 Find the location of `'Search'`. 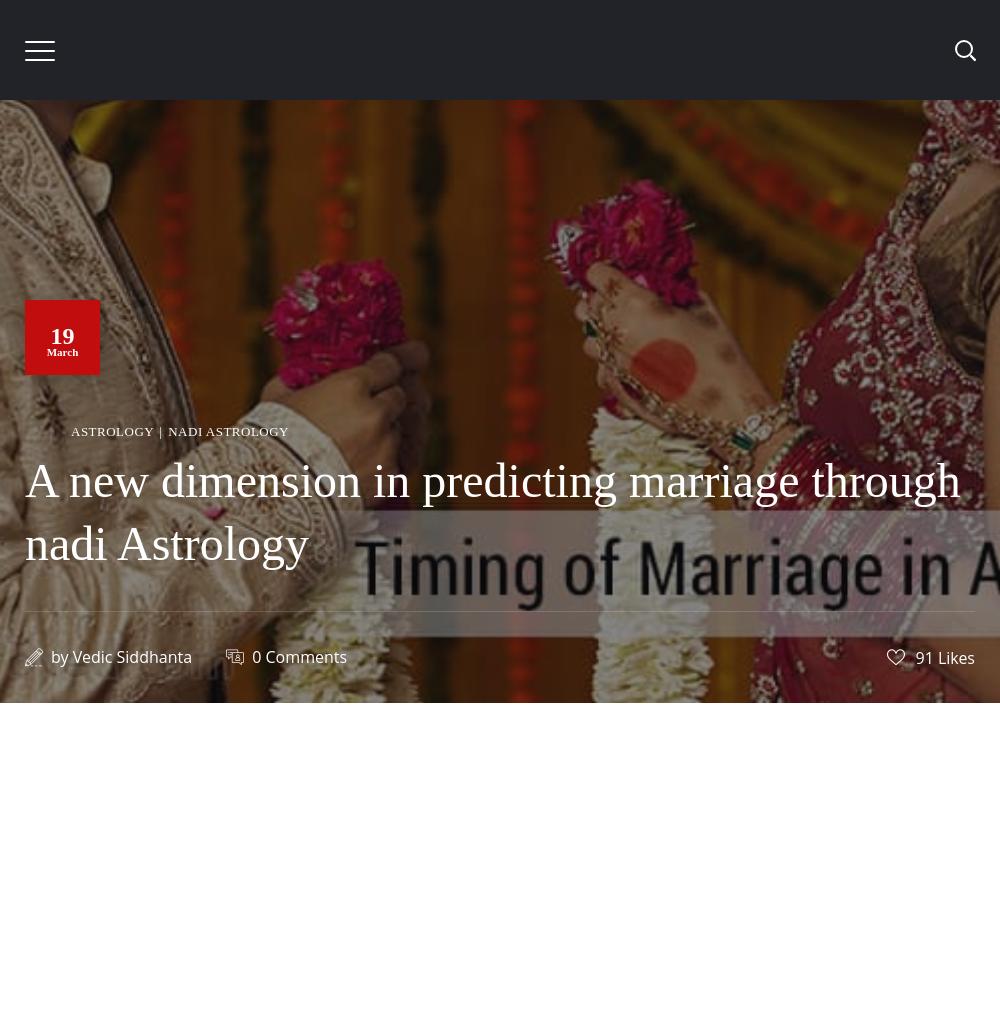

'Search' is located at coordinates (319, 434).